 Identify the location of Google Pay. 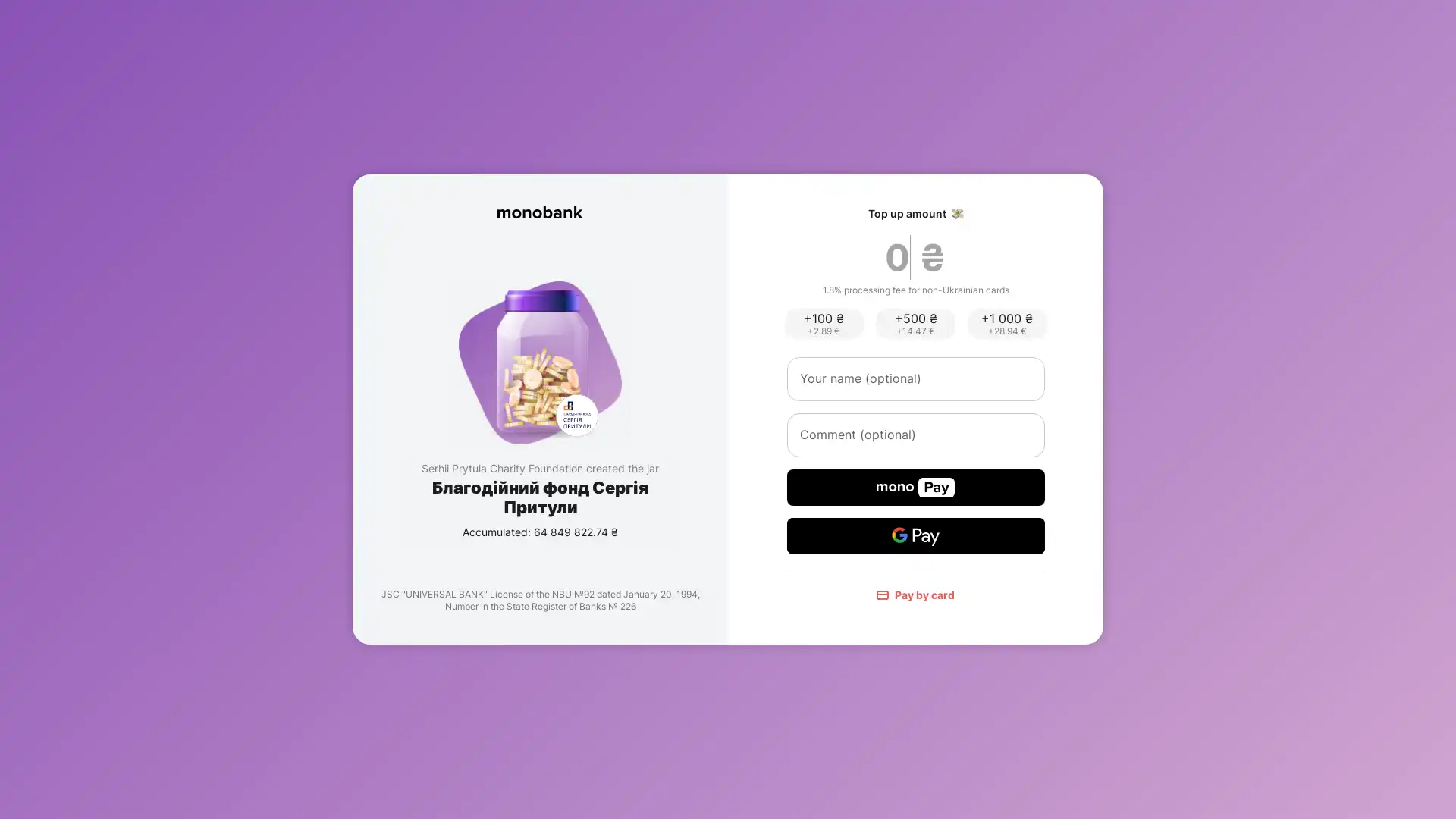
(914, 535).